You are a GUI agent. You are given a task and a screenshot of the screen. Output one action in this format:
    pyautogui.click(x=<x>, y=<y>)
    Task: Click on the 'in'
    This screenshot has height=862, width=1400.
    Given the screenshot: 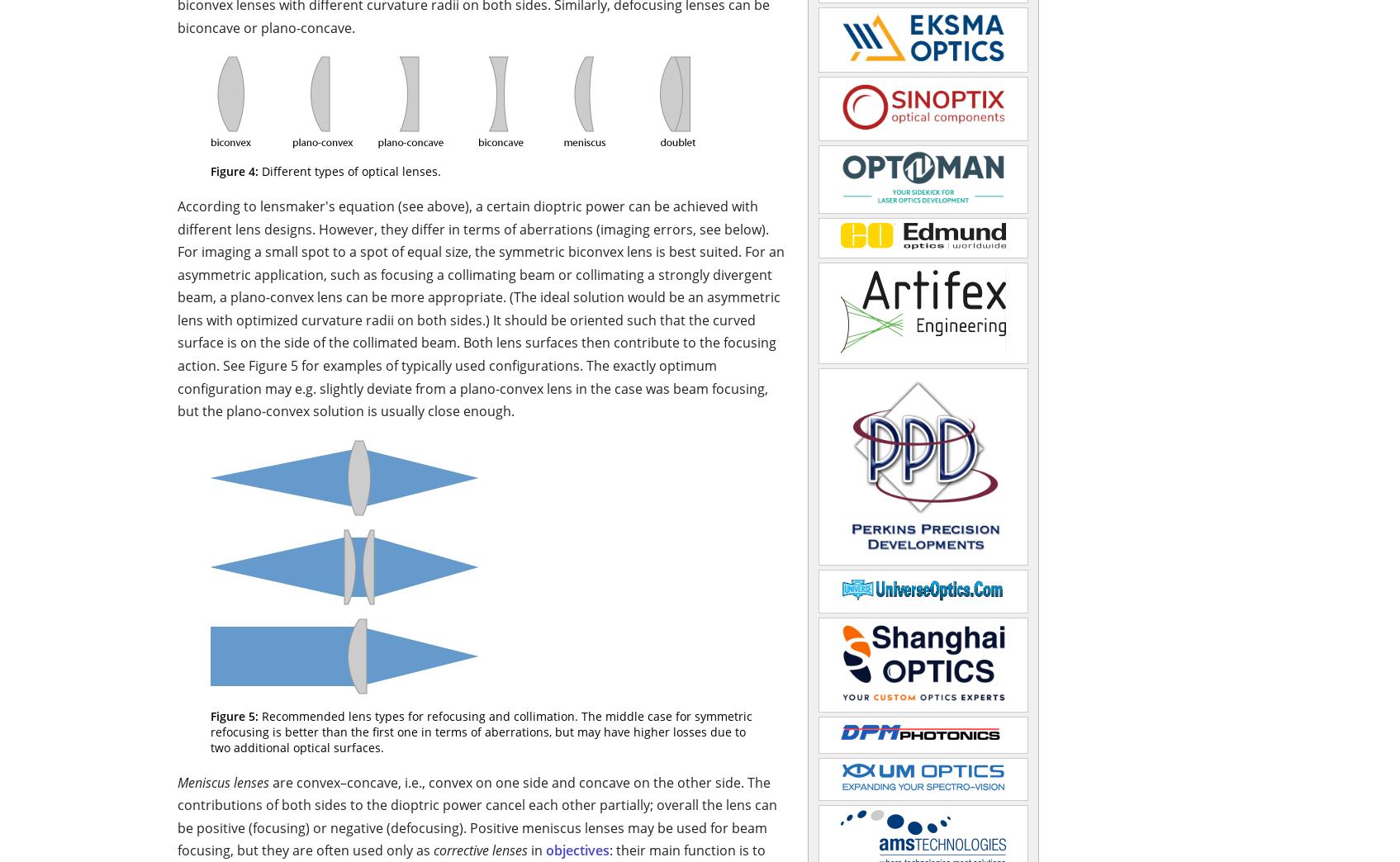 What is the action you would take?
    pyautogui.click(x=536, y=850)
    